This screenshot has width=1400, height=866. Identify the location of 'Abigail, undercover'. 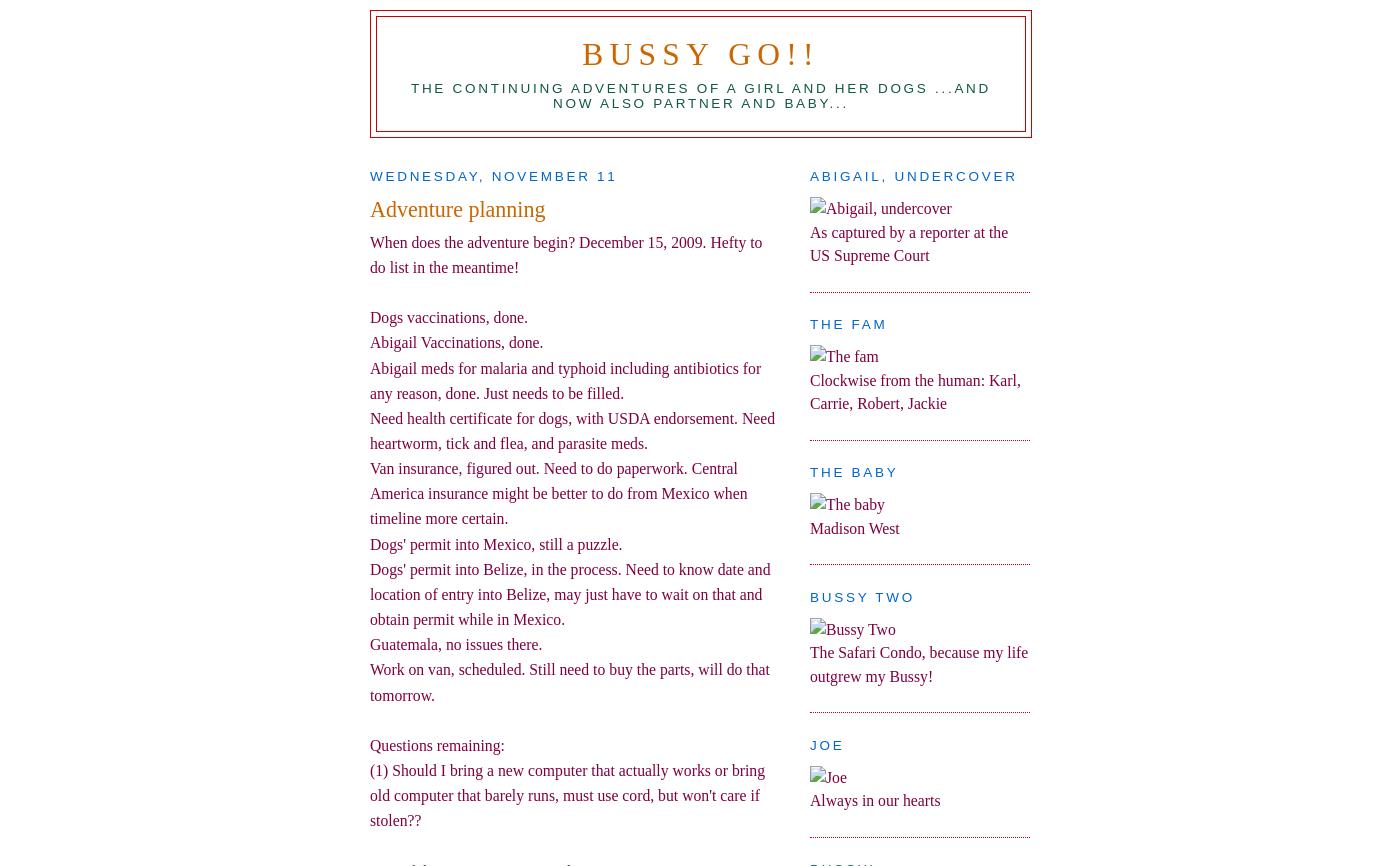
(913, 176).